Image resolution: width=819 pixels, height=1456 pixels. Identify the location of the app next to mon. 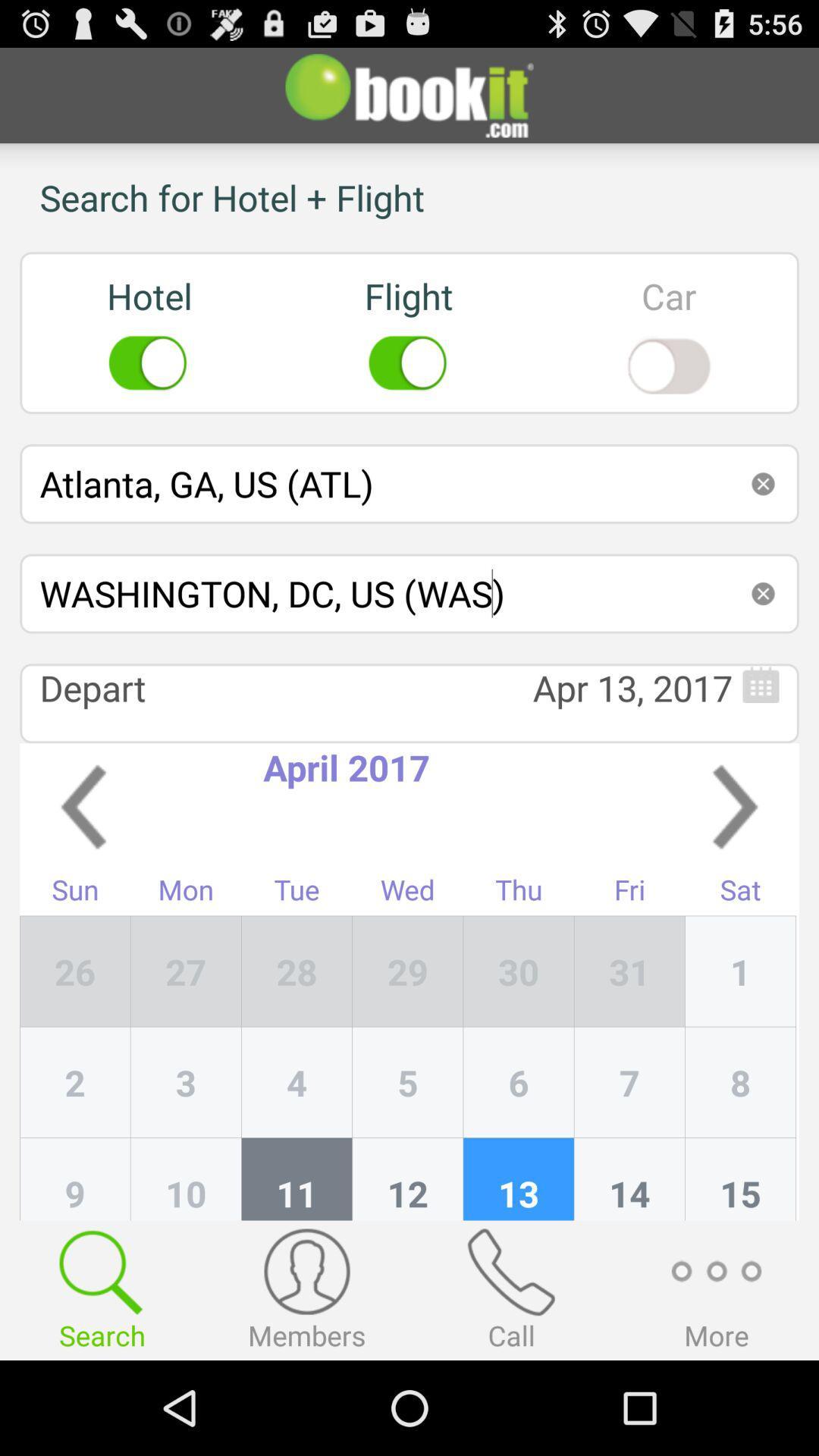
(297, 971).